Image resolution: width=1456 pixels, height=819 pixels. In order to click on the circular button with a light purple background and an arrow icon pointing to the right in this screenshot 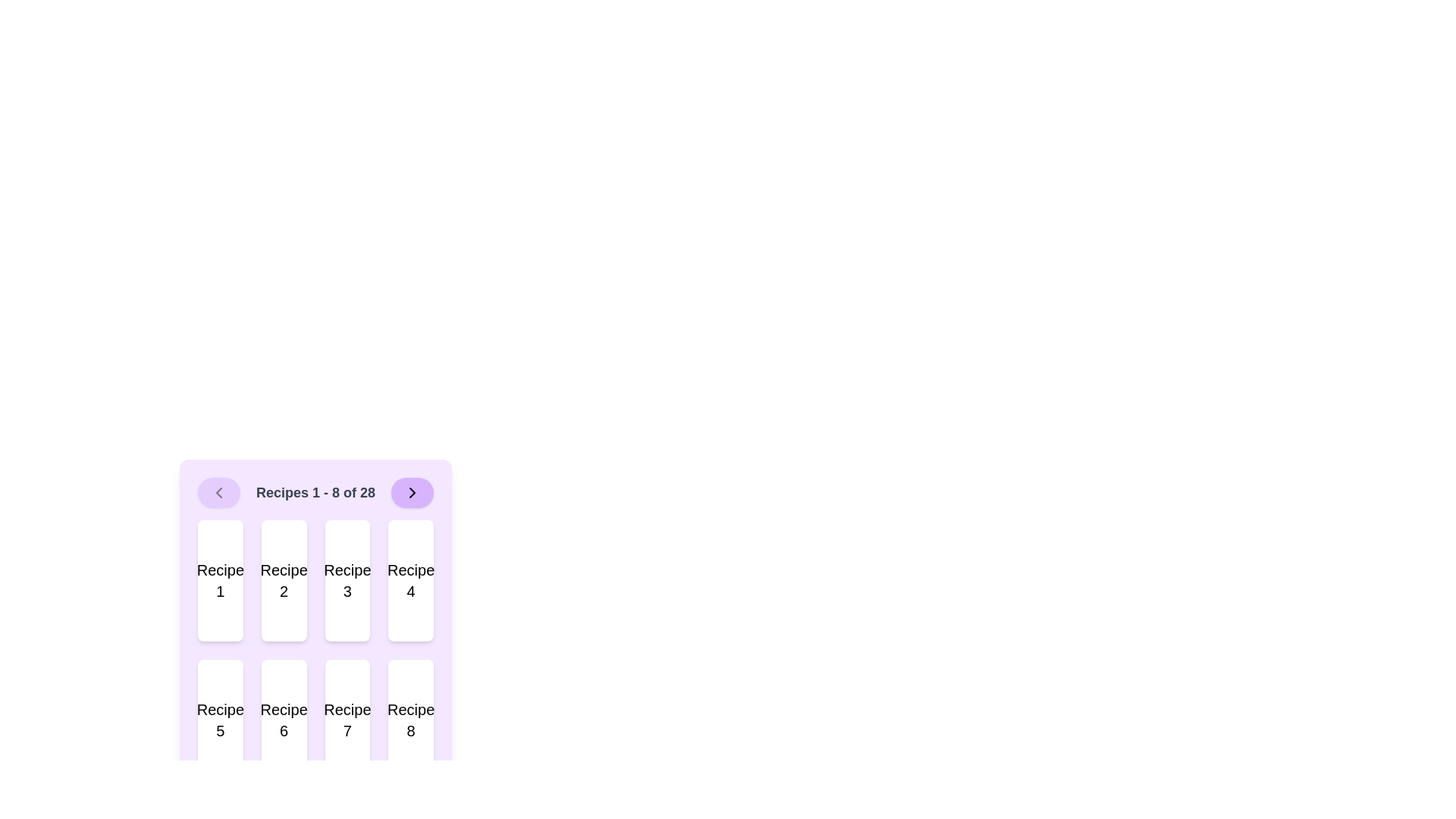, I will do `click(412, 493)`.